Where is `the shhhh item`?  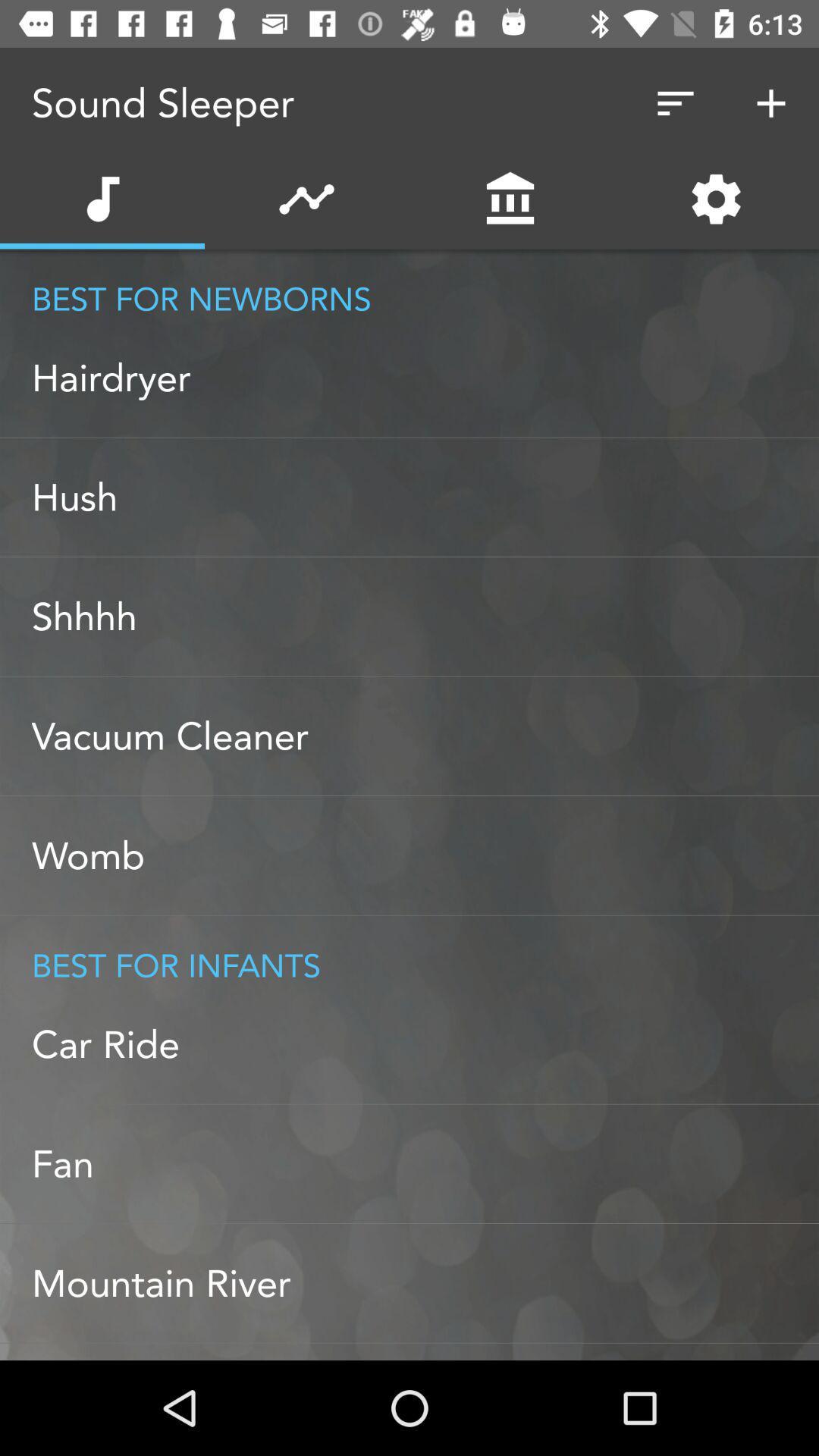
the shhhh item is located at coordinates (425, 617).